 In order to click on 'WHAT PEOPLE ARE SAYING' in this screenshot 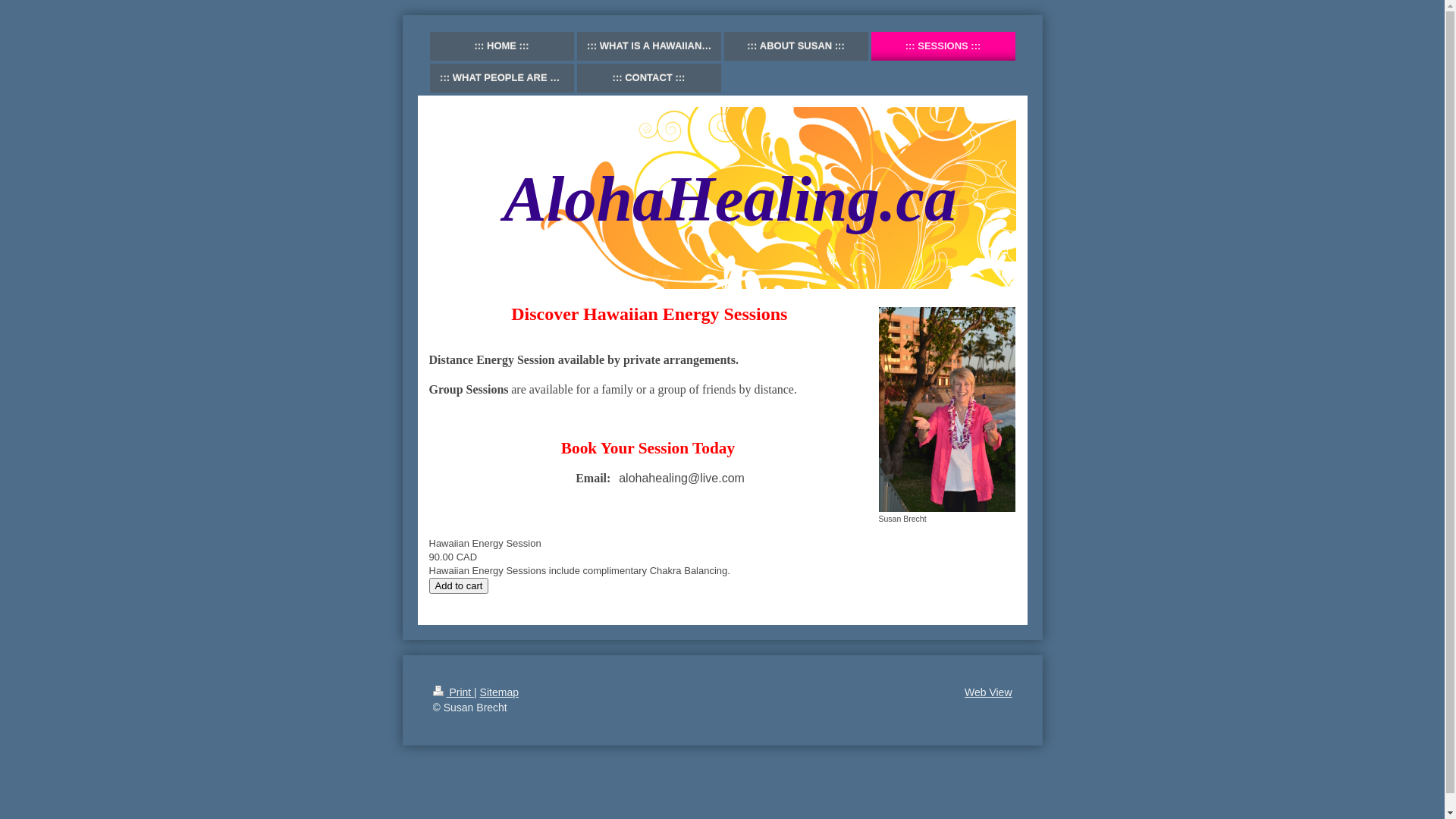, I will do `click(428, 78)`.